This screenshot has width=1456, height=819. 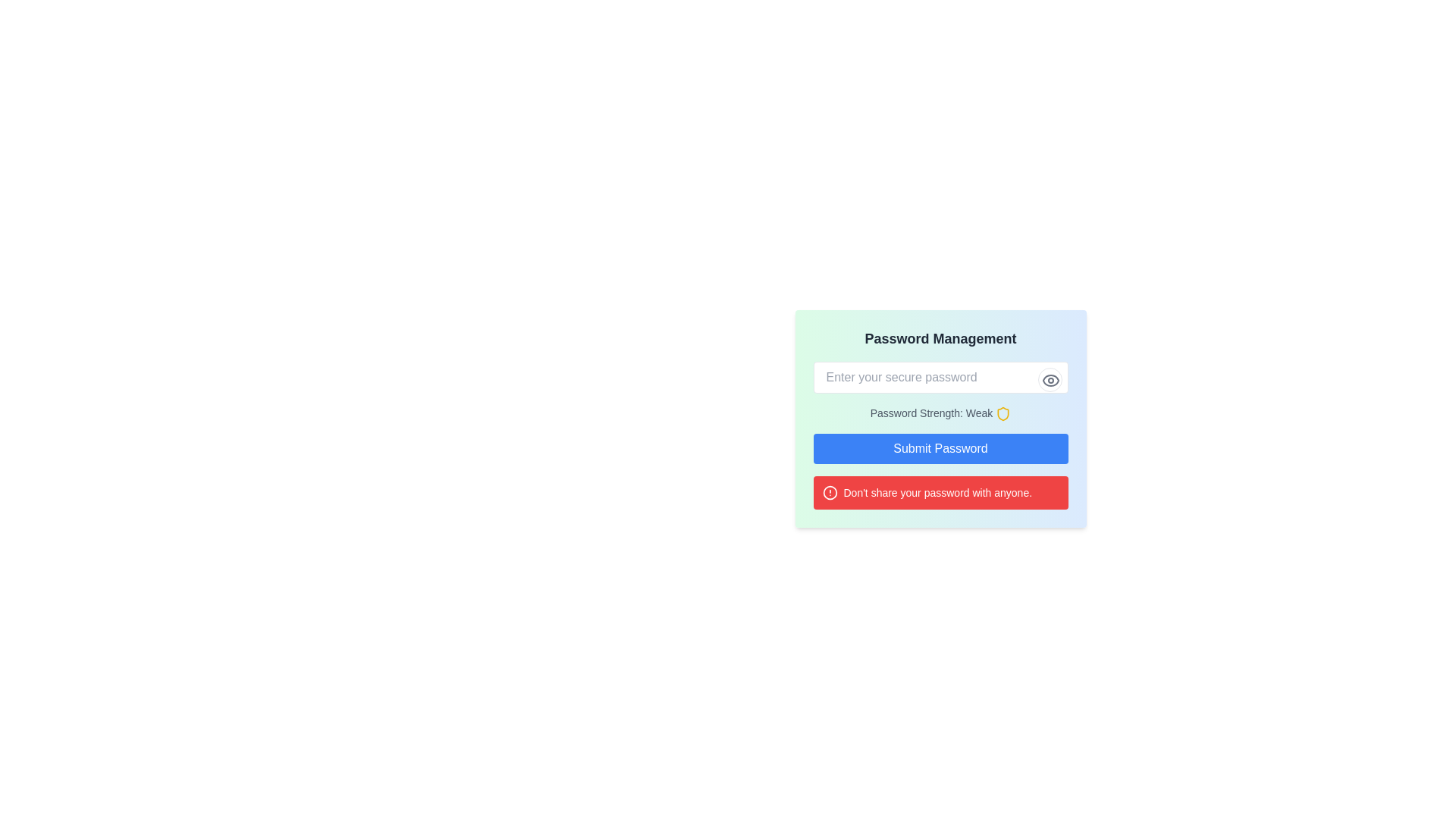 What do you see at coordinates (829, 493) in the screenshot?
I see `the alert icon located in the red warning notification bar at the bottom of the account security form, which reinforces the warning message about password security` at bounding box center [829, 493].